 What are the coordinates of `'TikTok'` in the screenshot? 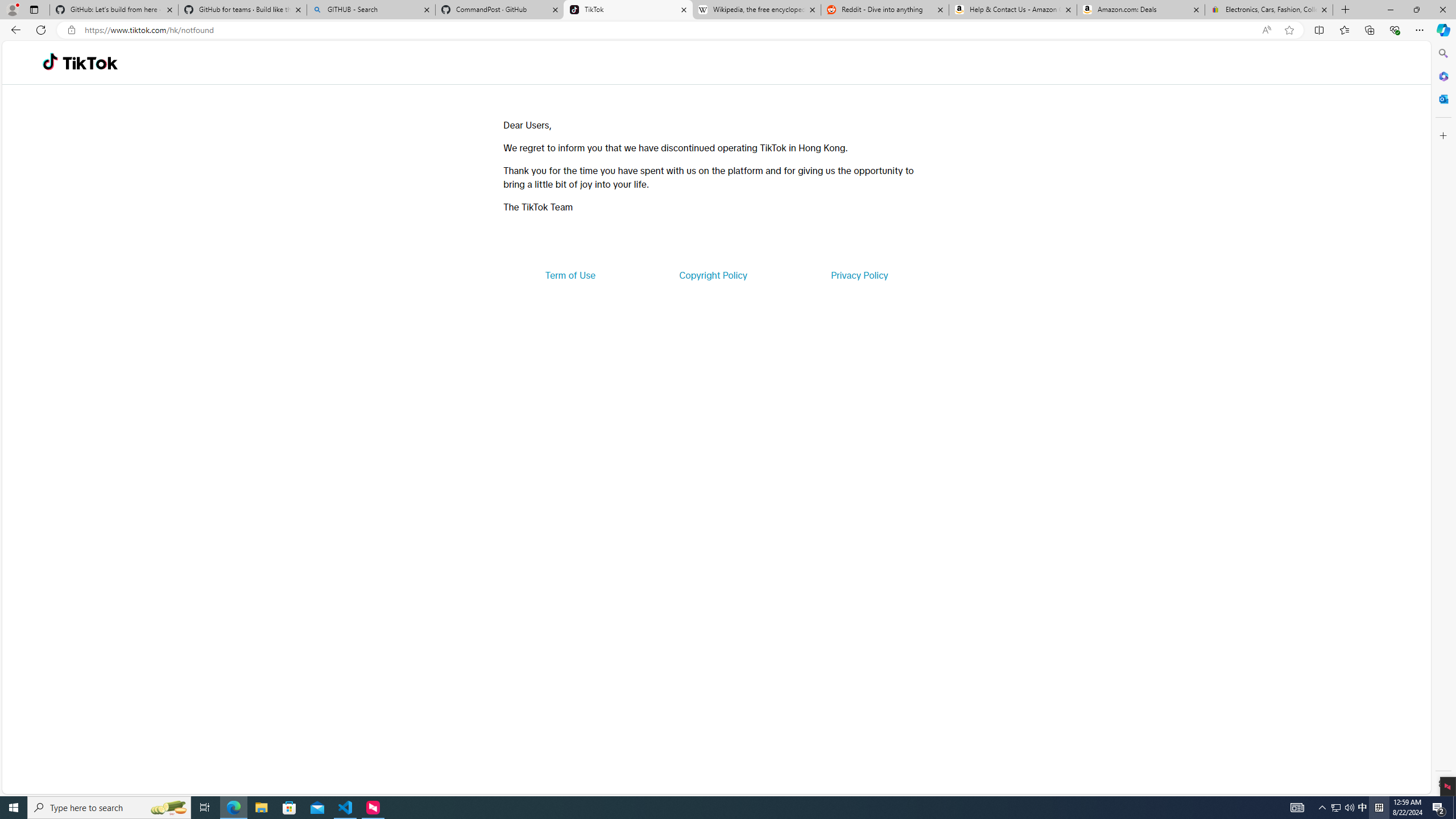 It's located at (90, 63).